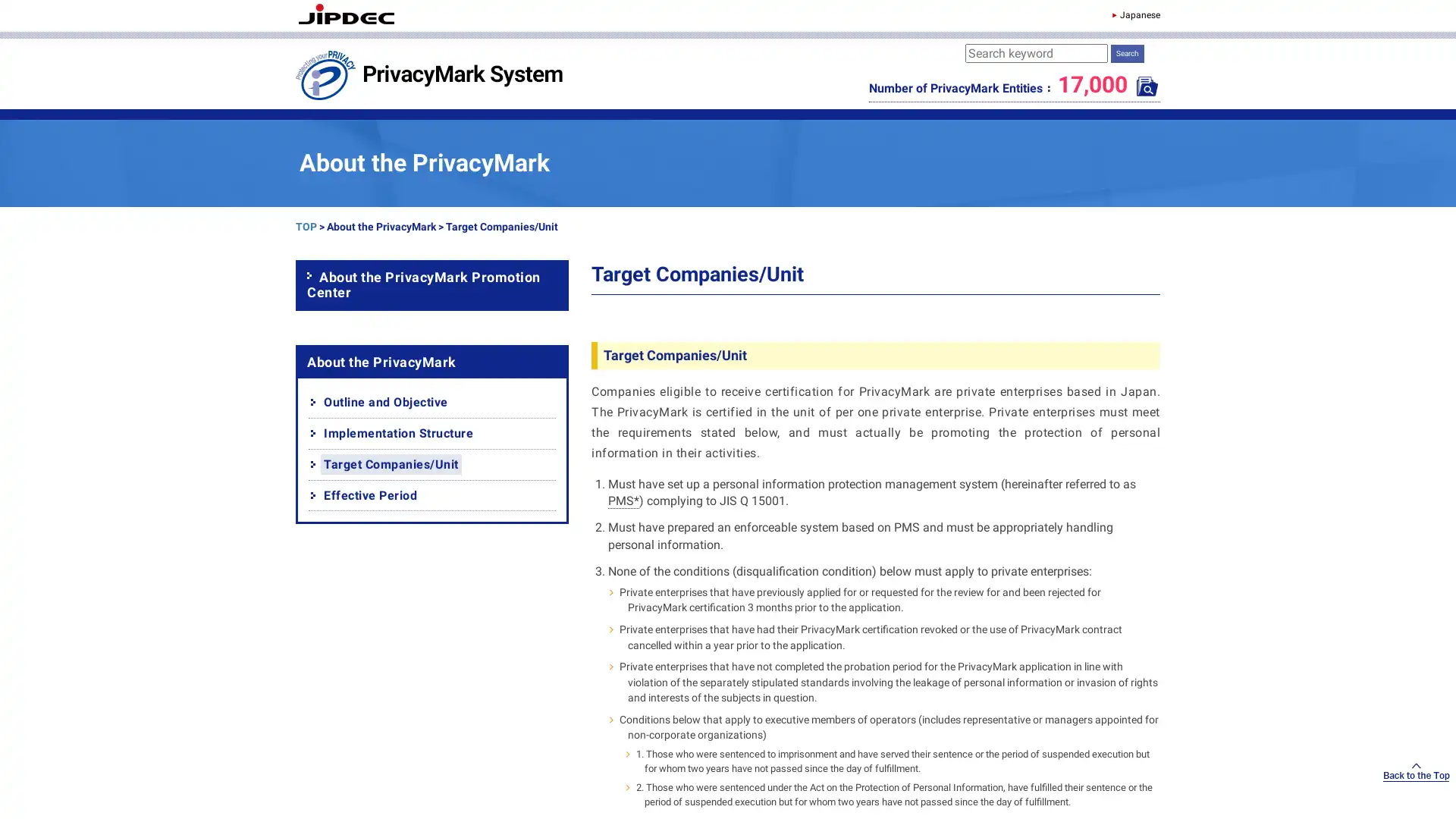 The width and height of the screenshot is (1456, 819). What do you see at coordinates (1128, 52) in the screenshot?
I see `Search` at bounding box center [1128, 52].